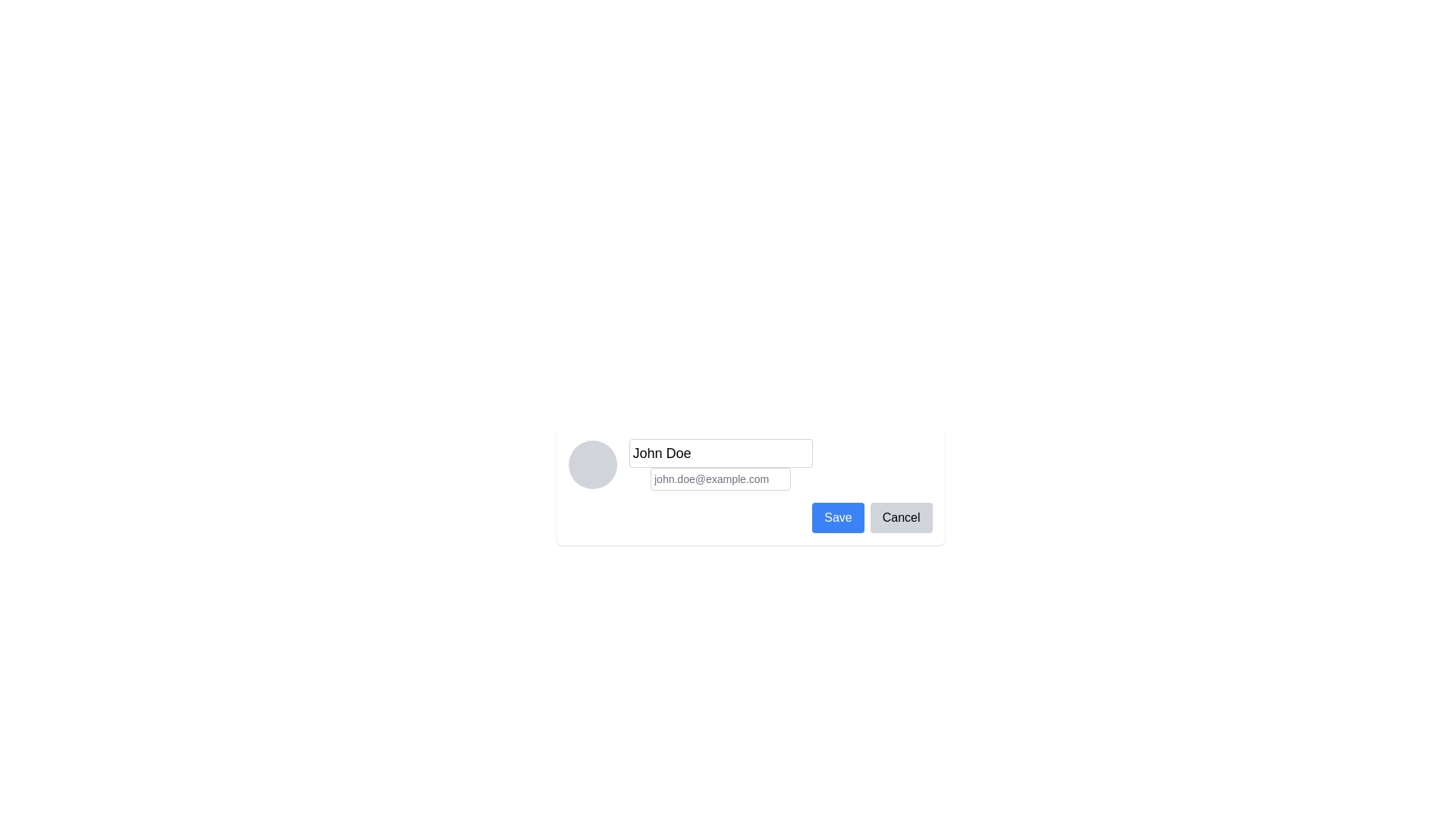  Describe the element at coordinates (837, 516) in the screenshot. I see `the 'Save' button, which is a blue rectangular button with white text, located at the bottom-right of the form interface, to observe the hover styling effect` at that location.